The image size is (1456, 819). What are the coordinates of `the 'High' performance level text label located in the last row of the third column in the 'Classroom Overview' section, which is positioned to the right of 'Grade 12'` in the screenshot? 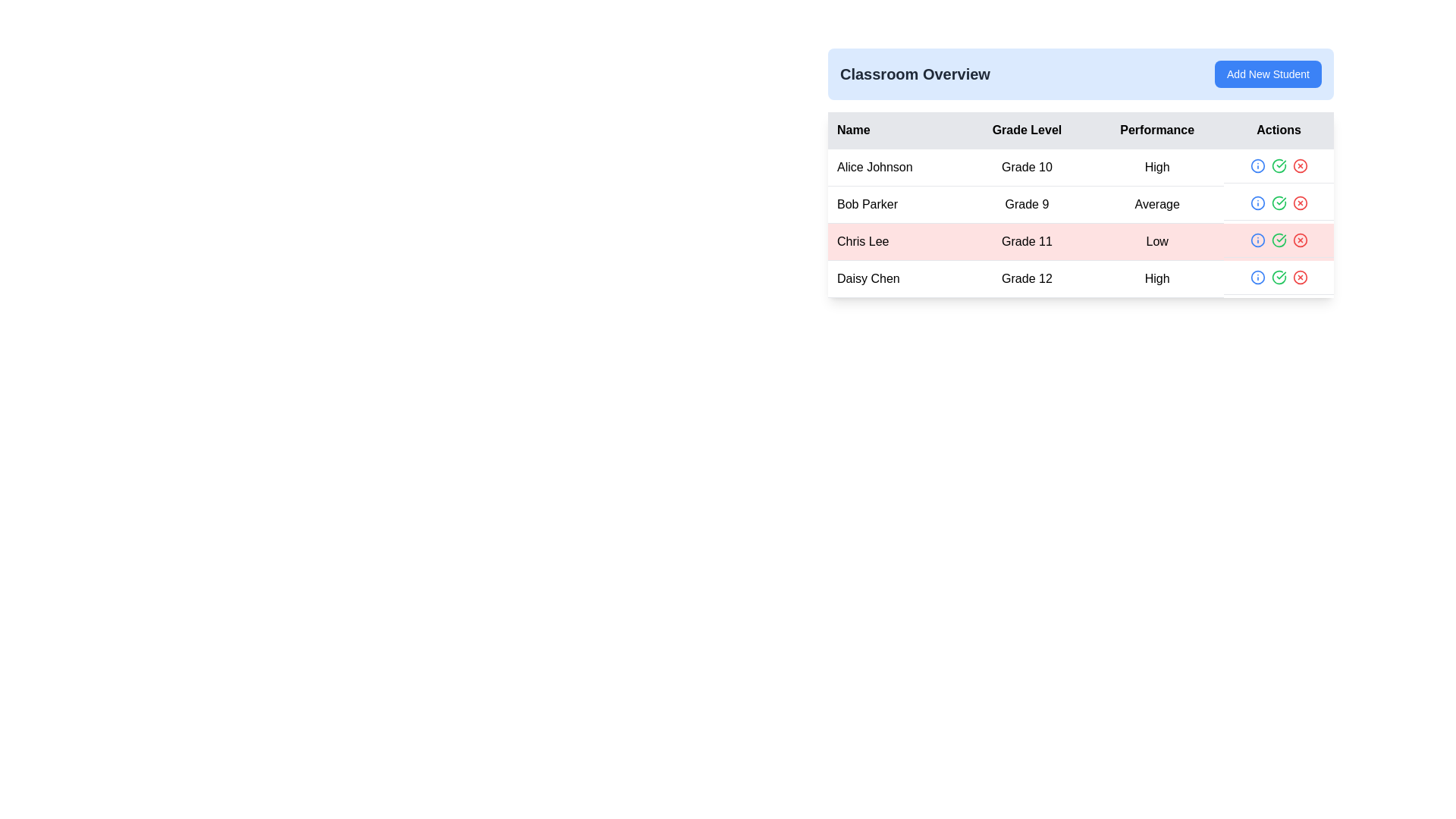 It's located at (1156, 278).